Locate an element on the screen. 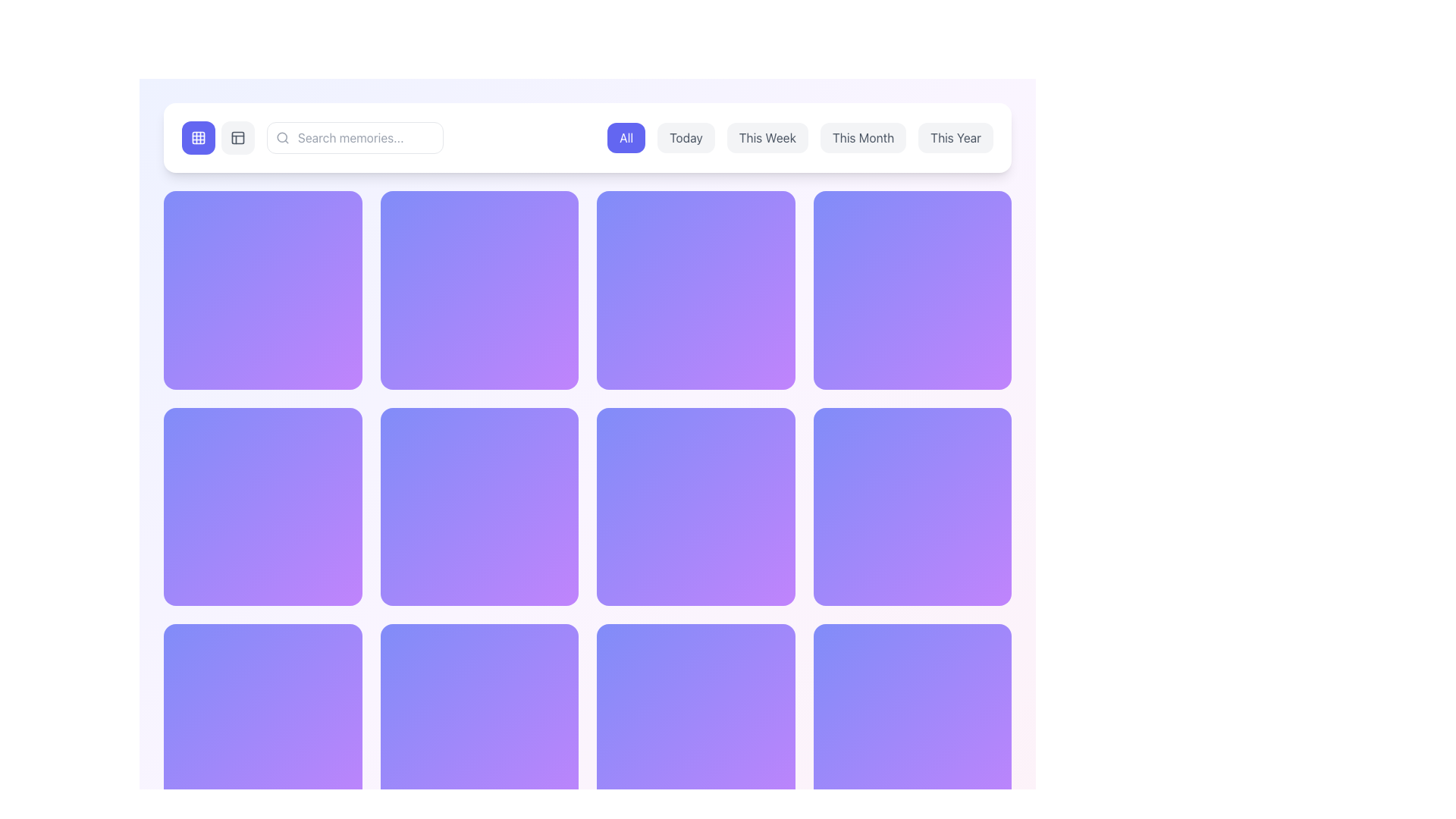 The width and height of the screenshot is (1456, 819). the first grid cell located is located at coordinates (213, 360).